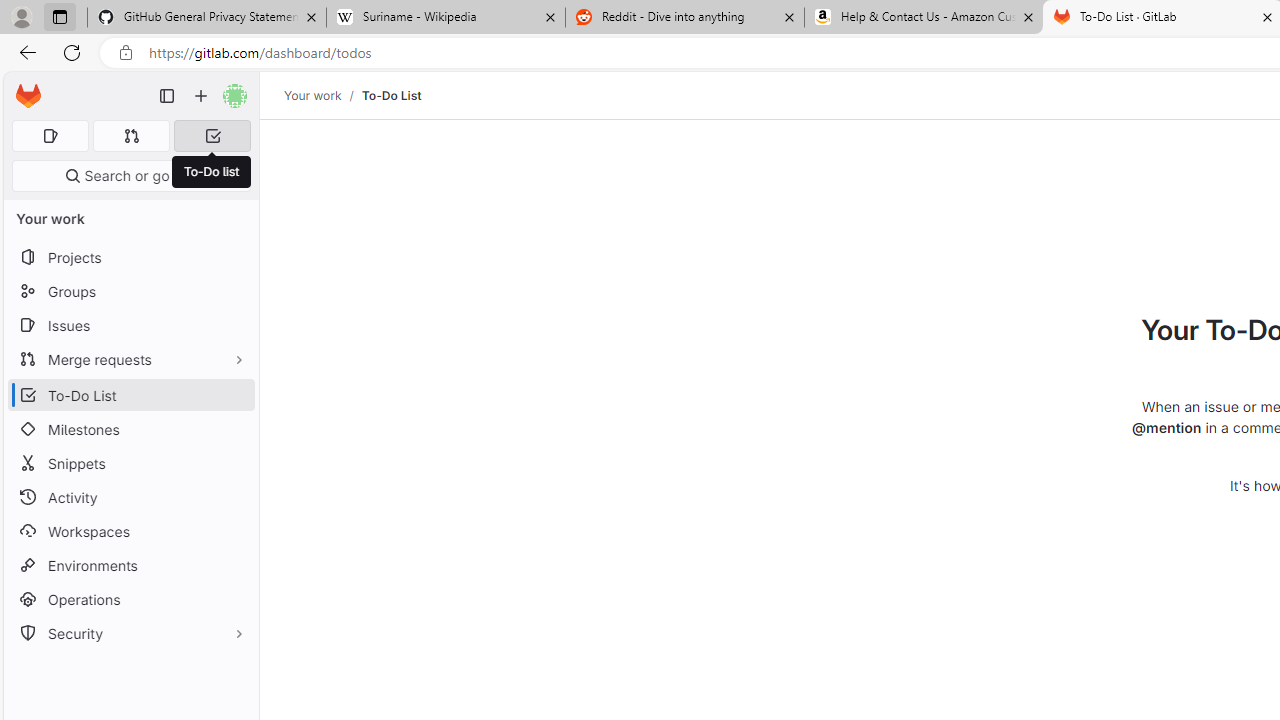 This screenshot has width=1280, height=720. I want to click on 'GitHub General Privacy Statement - GitHub Docs', so click(207, 17).